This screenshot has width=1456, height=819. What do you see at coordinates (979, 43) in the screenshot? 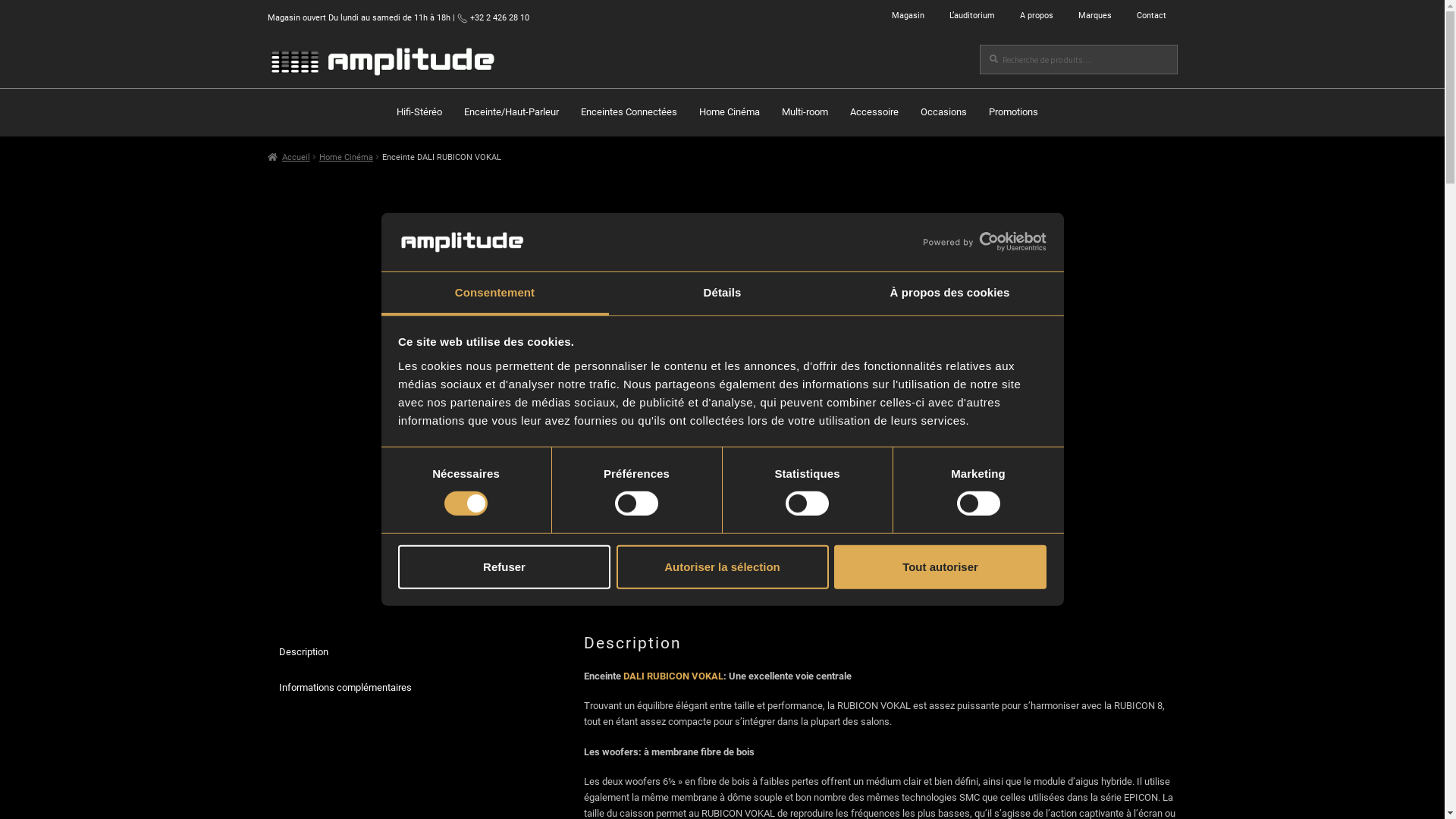
I see `'Recherche'` at bounding box center [979, 43].